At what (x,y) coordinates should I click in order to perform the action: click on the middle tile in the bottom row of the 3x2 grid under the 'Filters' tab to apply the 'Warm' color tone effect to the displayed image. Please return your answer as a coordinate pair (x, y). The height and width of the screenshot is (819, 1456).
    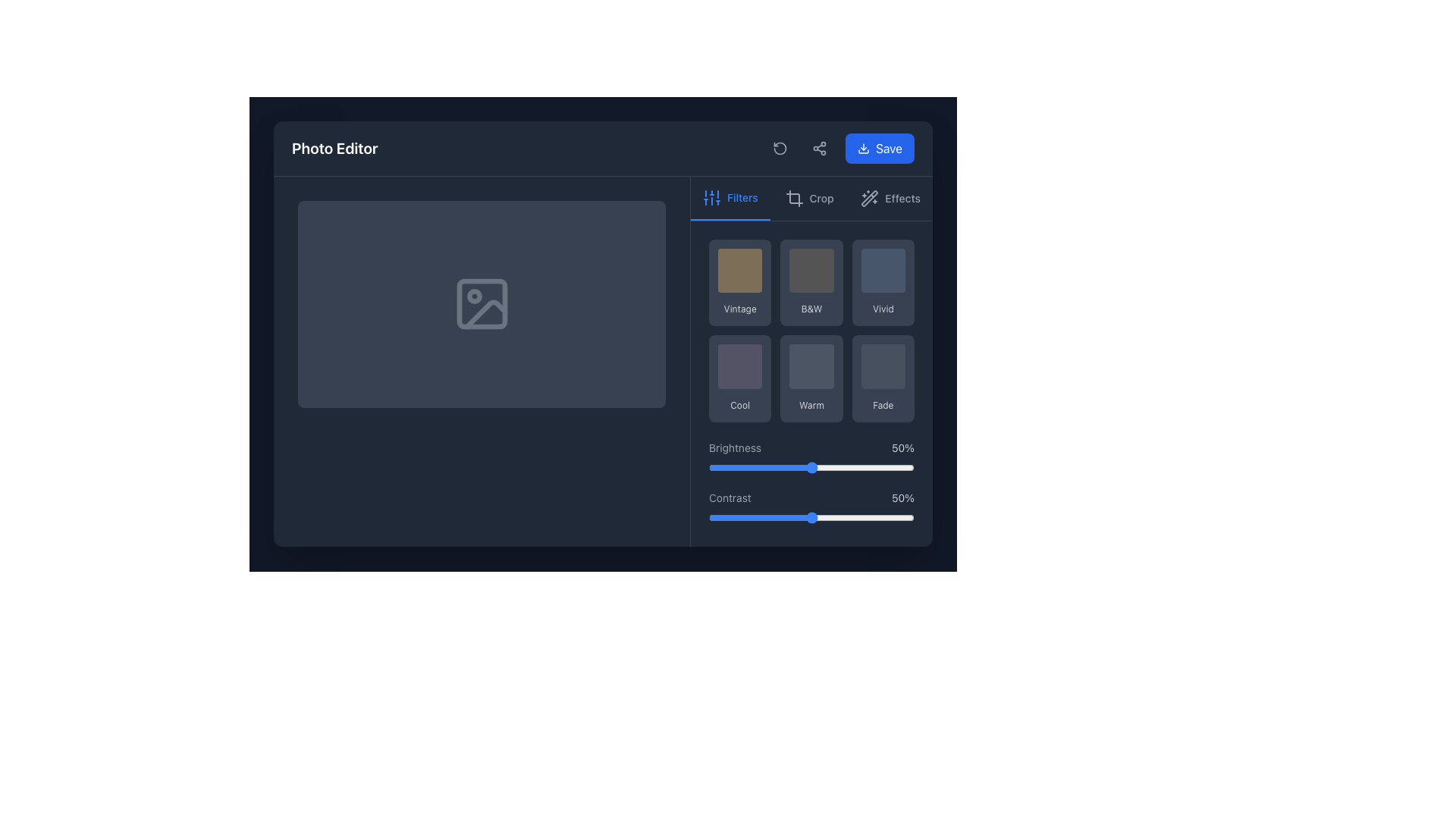
    Looking at the image, I should click on (811, 383).